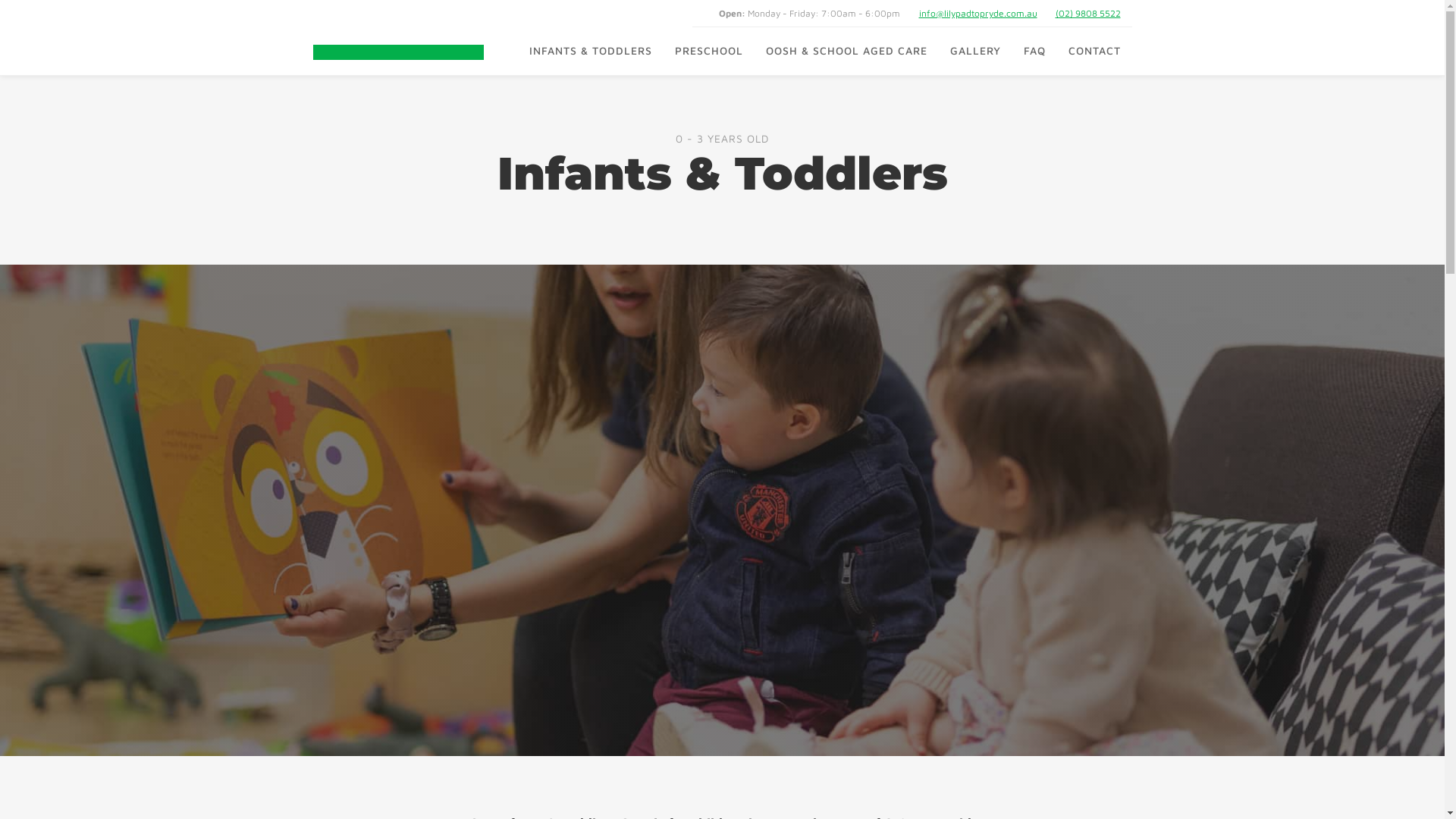  I want to click on '(02) 9808 5522', so click(1055, 13).